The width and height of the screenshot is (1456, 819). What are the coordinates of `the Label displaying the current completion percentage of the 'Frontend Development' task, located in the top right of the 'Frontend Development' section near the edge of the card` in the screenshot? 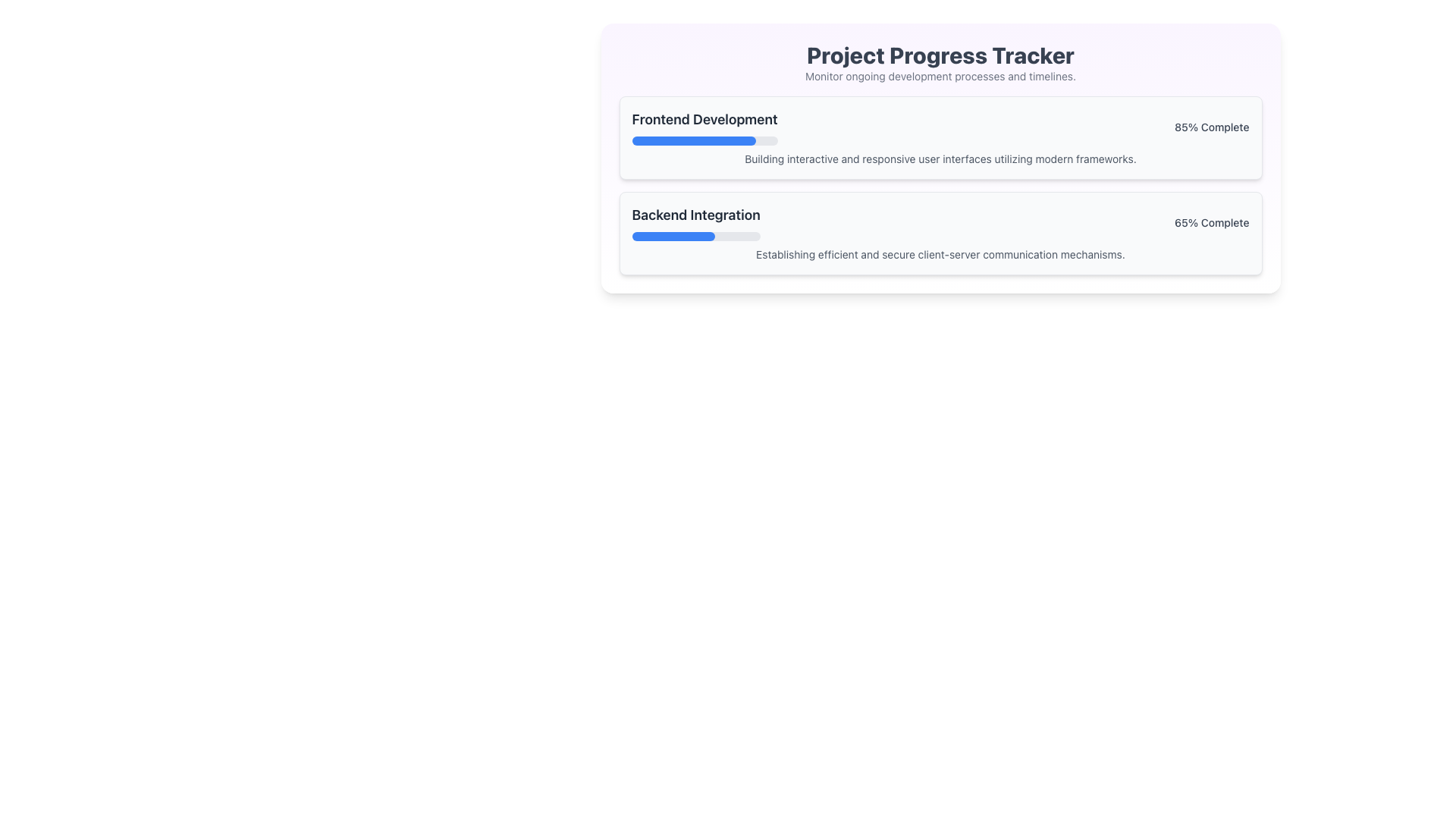 It's located at (1211, 127).